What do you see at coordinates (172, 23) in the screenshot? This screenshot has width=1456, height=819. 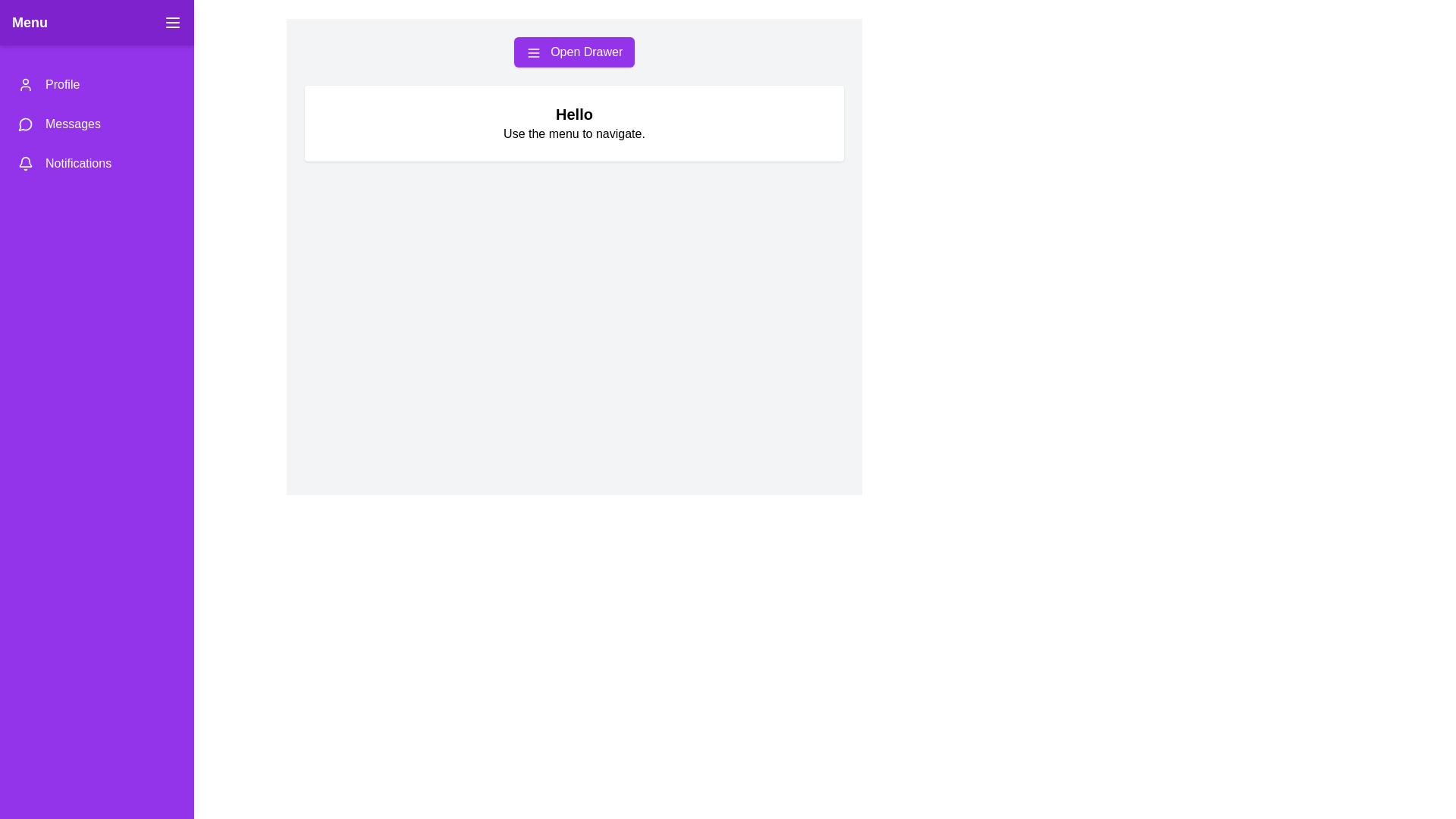 I see `the menu toggle button located on the top-right corner of the purple rectangular section containing the 'Menu' text` at bounding box center [172, 23].